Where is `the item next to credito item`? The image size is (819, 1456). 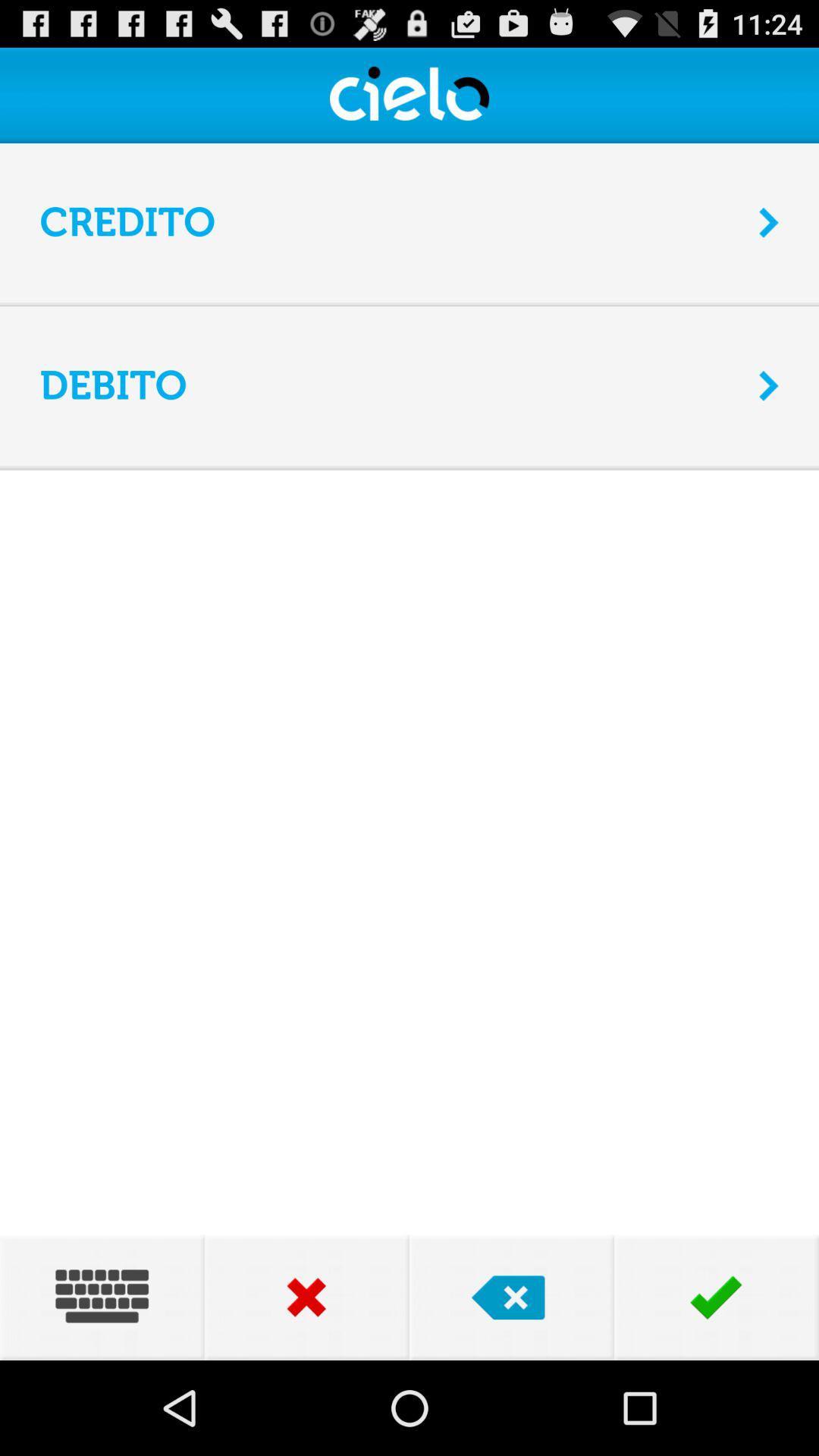 the item next to credito item is located at coordinates (769, 221).